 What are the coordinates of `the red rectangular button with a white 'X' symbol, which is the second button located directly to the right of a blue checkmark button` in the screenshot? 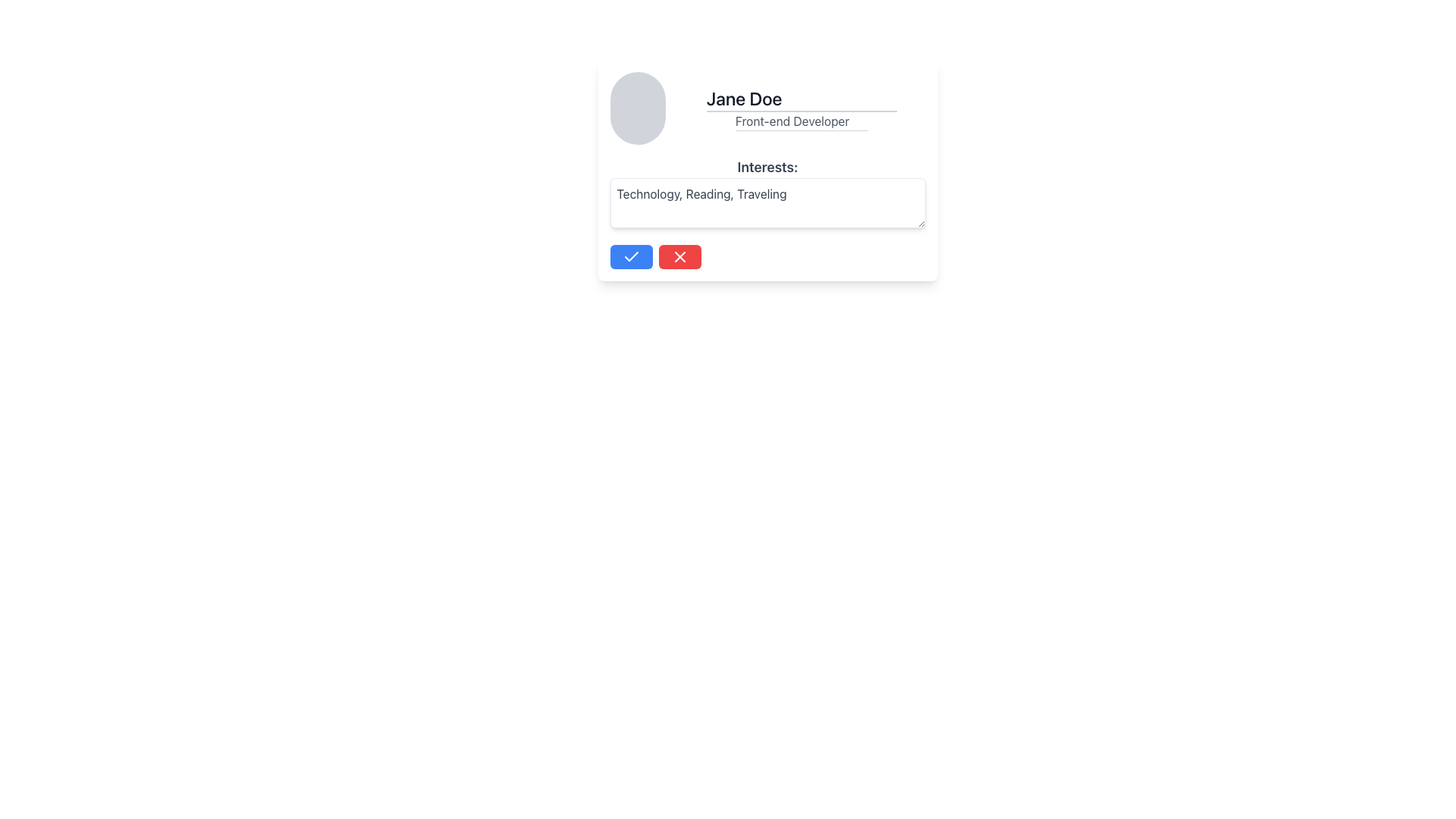 It's located at (679, 256).